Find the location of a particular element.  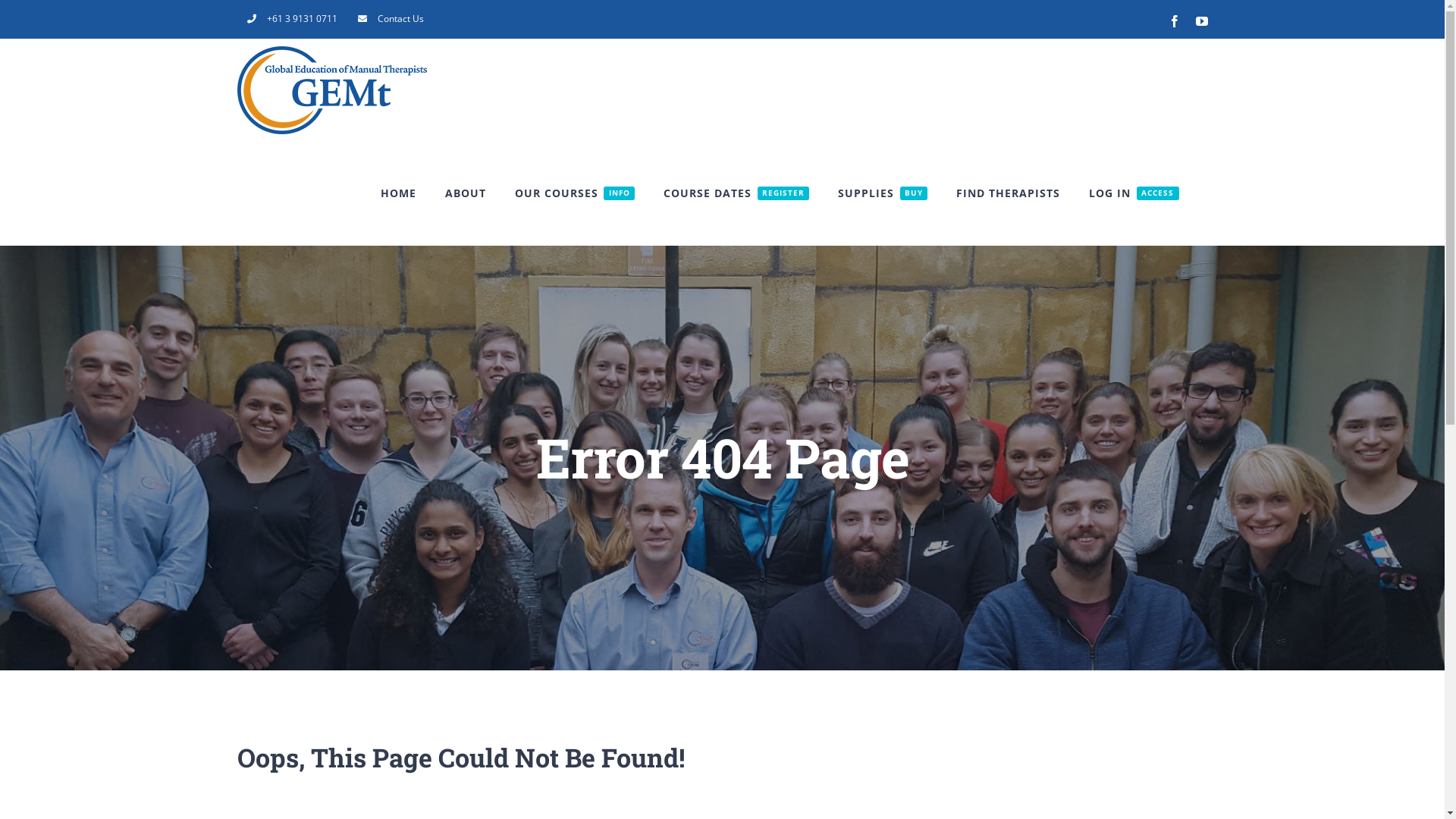

'COURSE DATES is located at coordinates (736, 192).